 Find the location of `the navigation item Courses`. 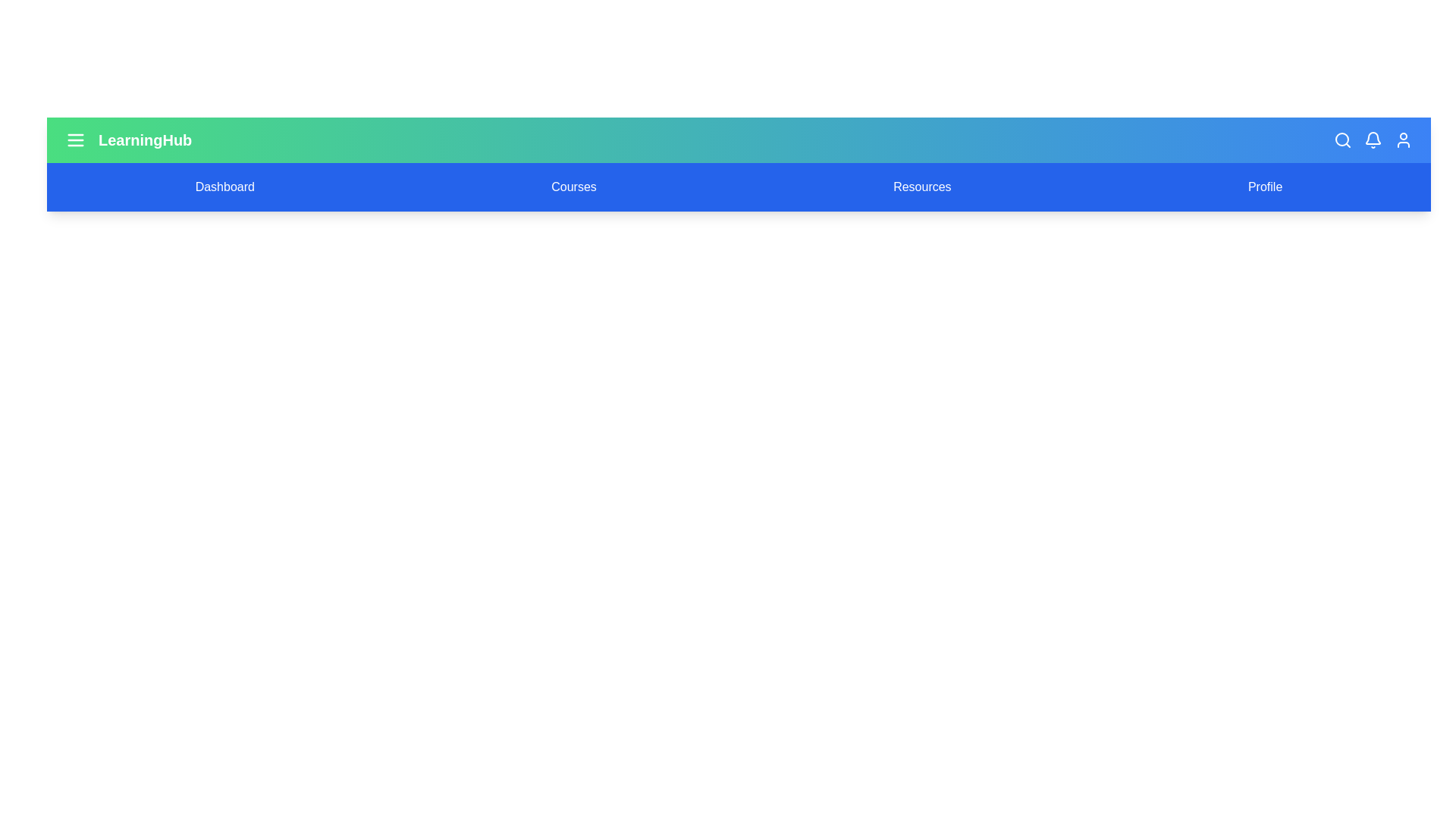

the navigation item Courses is located at coordinates (573, 186).